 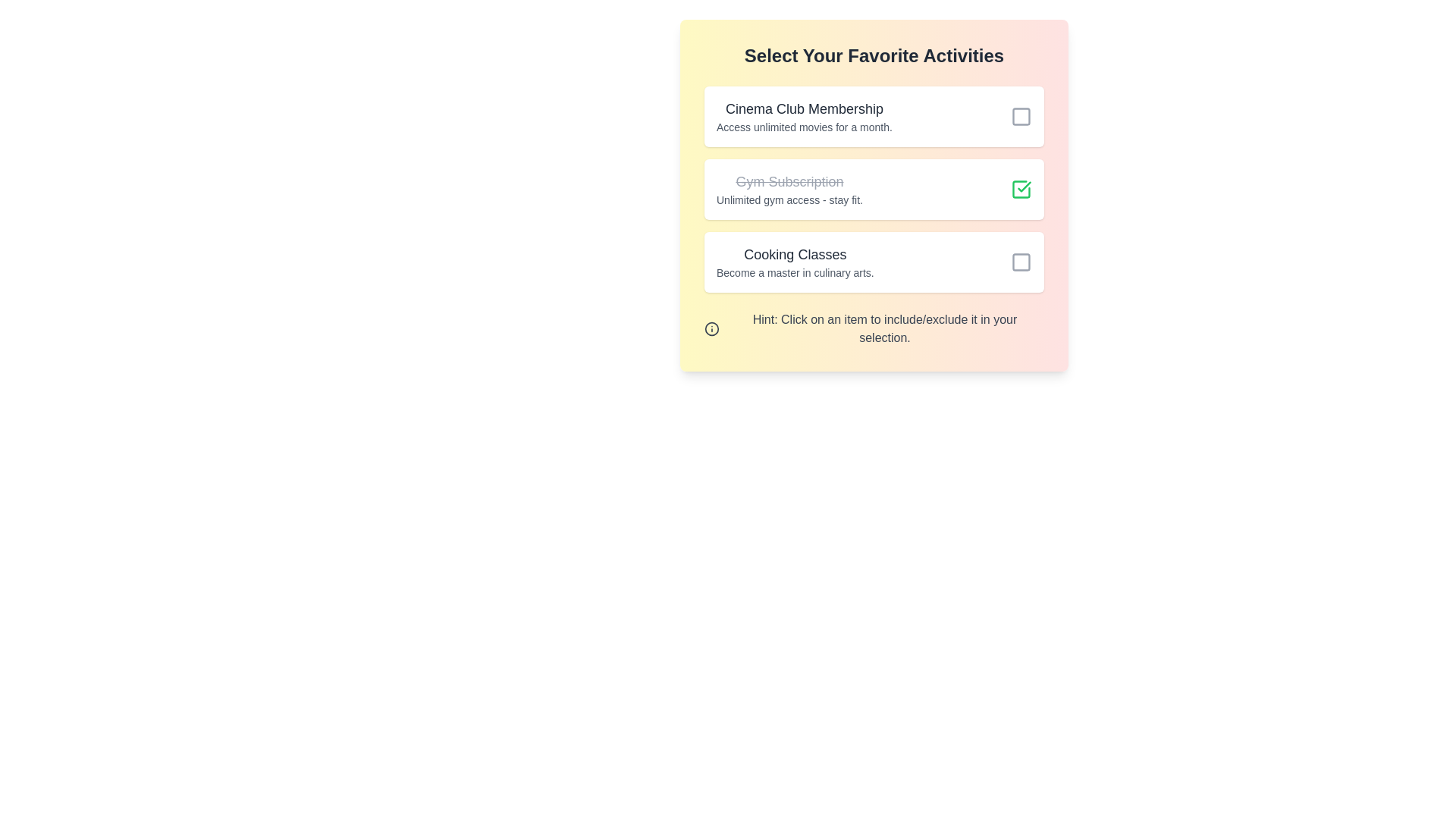 What do you see at coordinates (1021, 116) in the screenshot?
I see `the unchecked gray checkbox` at bounding box center [1021, 116].